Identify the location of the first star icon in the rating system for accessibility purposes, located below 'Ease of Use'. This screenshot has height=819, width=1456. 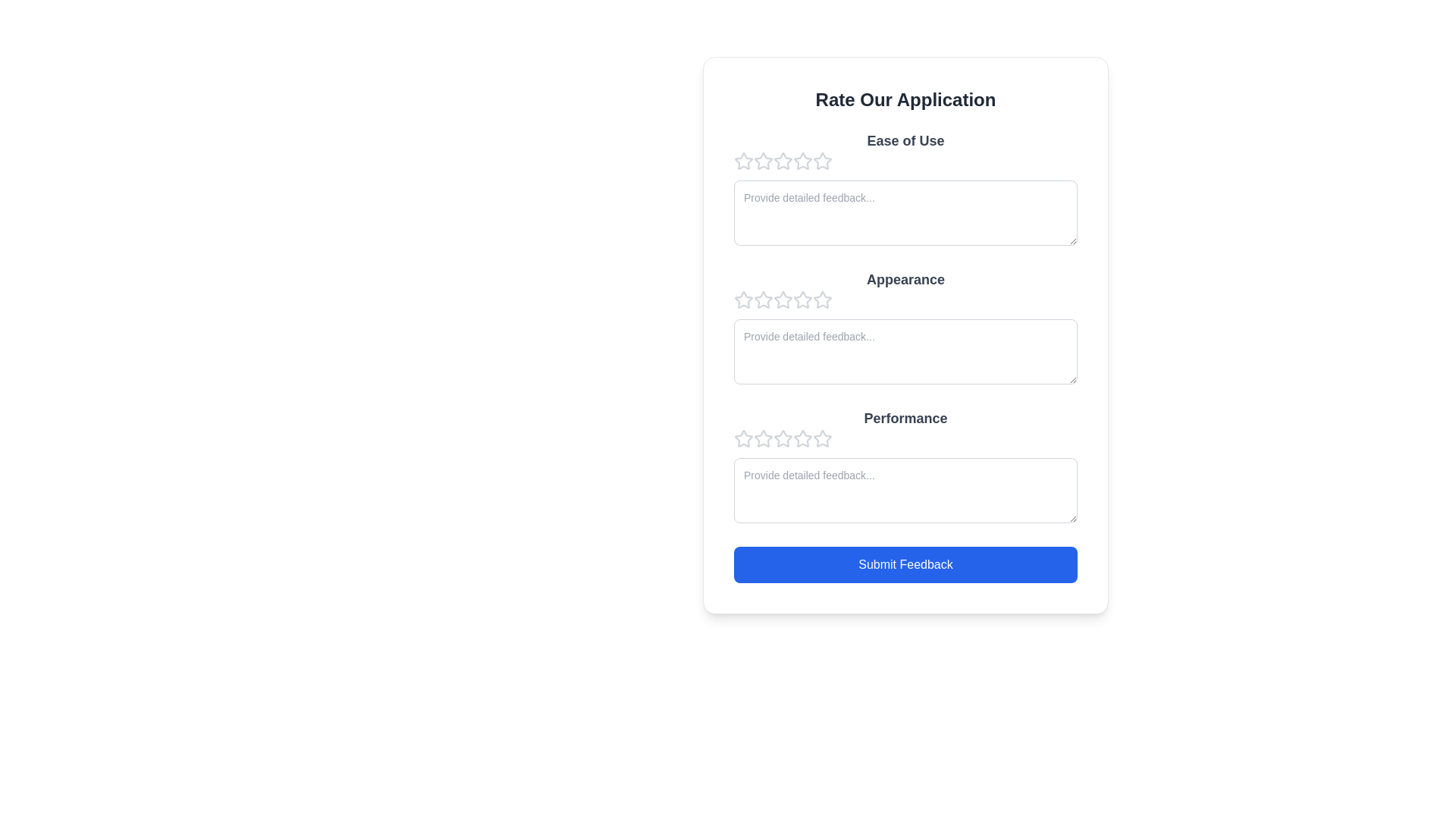
(764, 161).